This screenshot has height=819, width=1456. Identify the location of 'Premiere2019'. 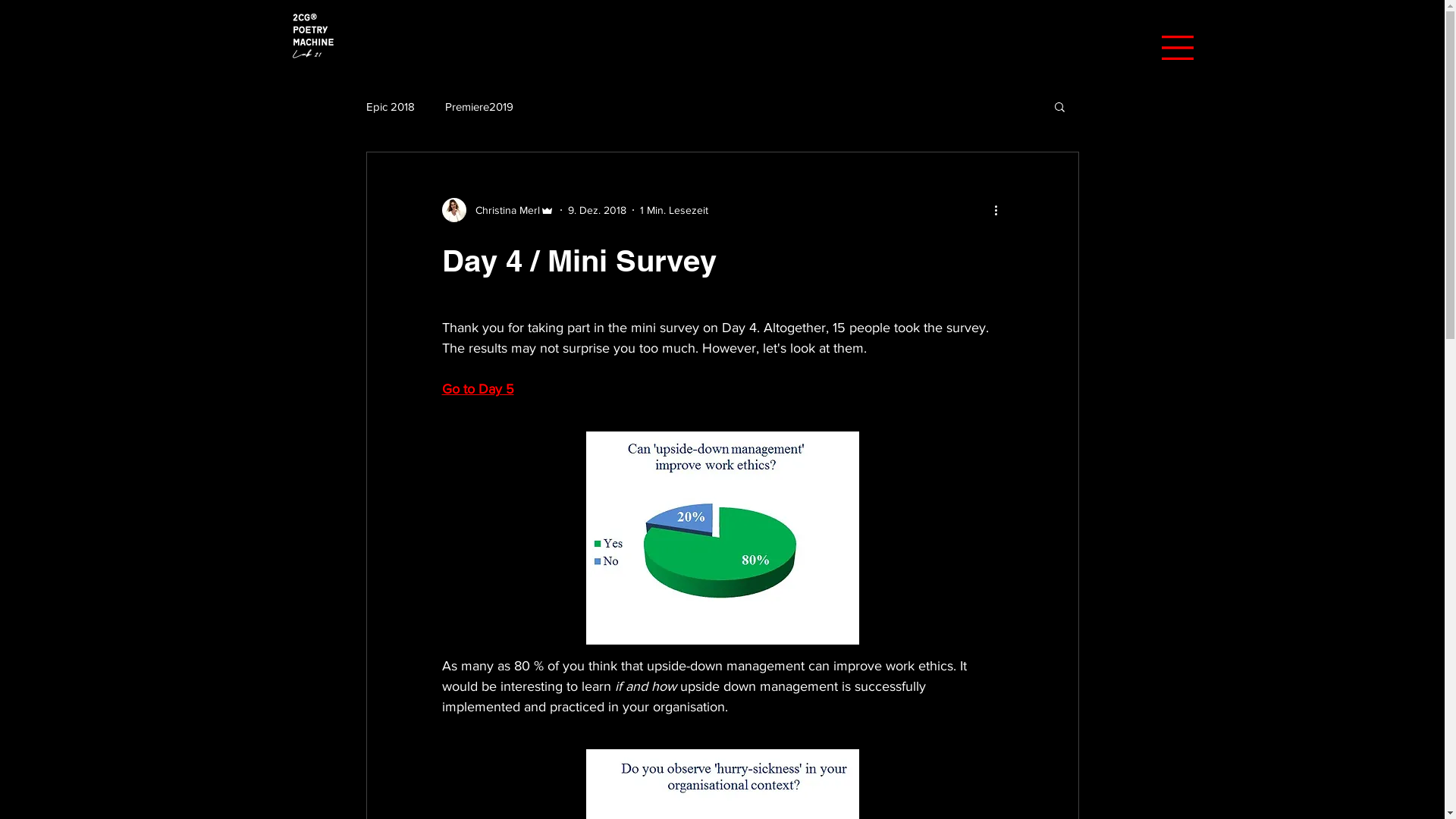
(443, 105).